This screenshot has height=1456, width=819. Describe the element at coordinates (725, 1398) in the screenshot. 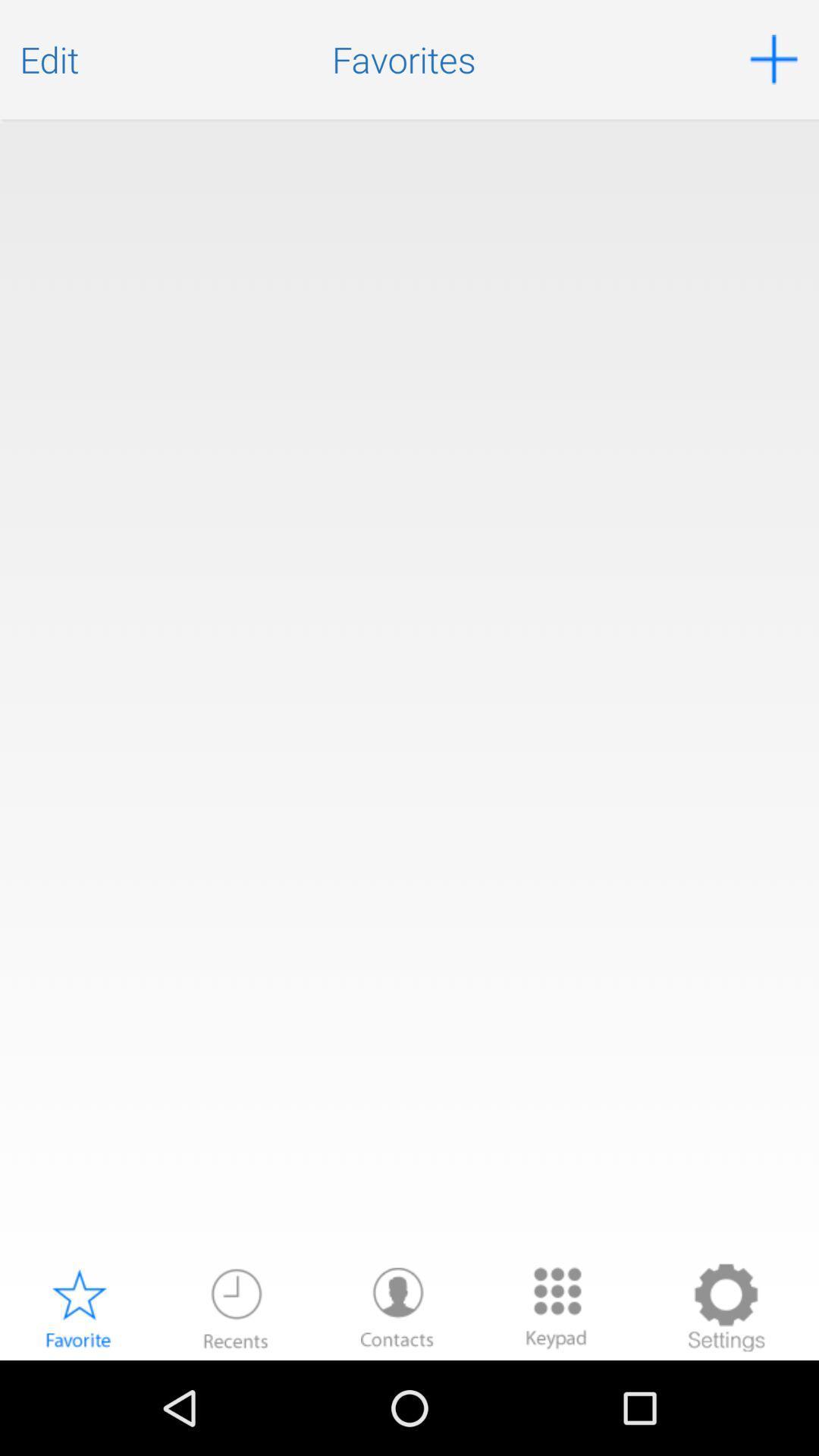

I see `the settings icon` at that location.